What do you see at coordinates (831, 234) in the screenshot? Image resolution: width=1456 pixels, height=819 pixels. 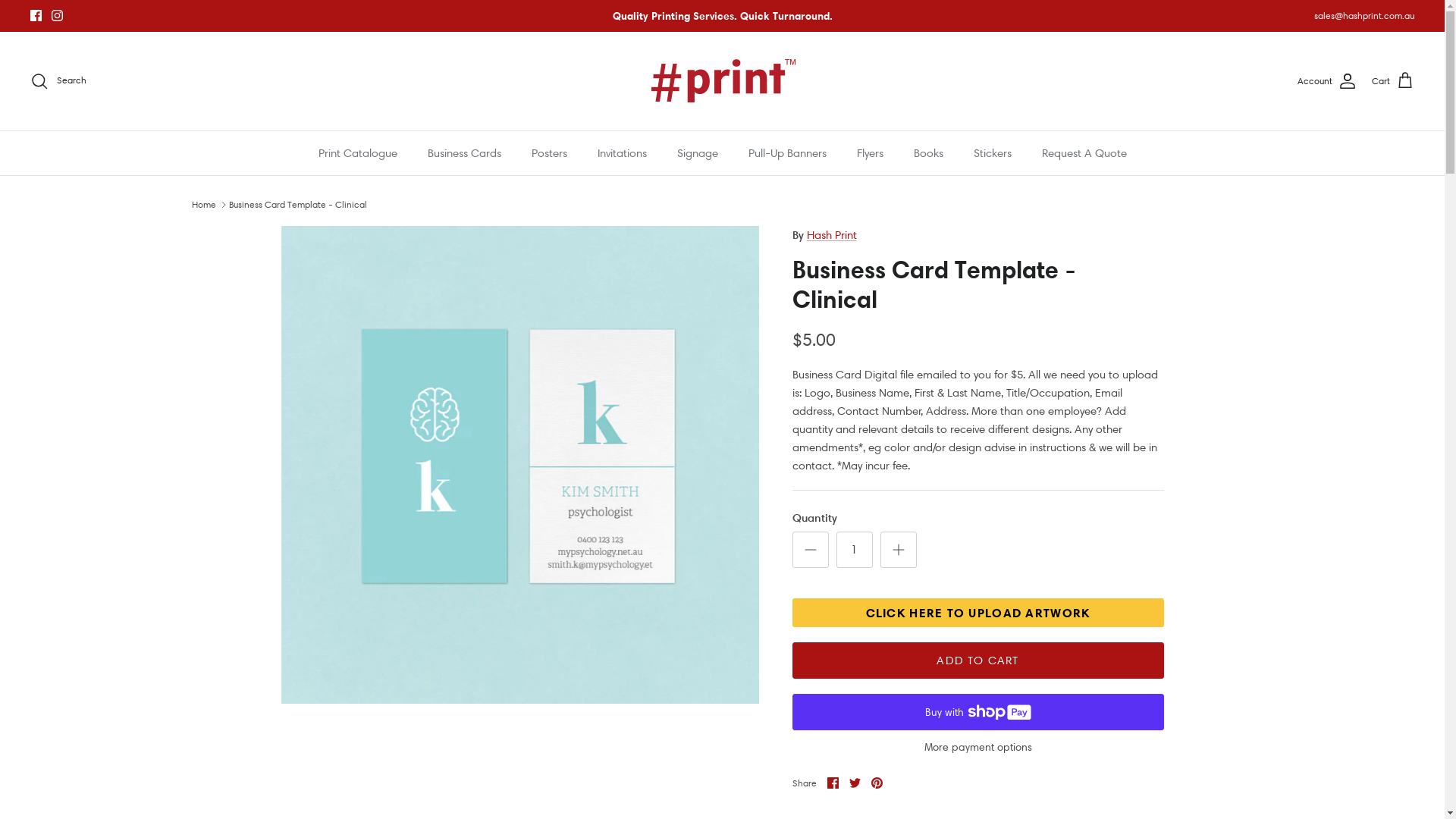 I see `'Hash Print'` at bounding box center [831, 234].